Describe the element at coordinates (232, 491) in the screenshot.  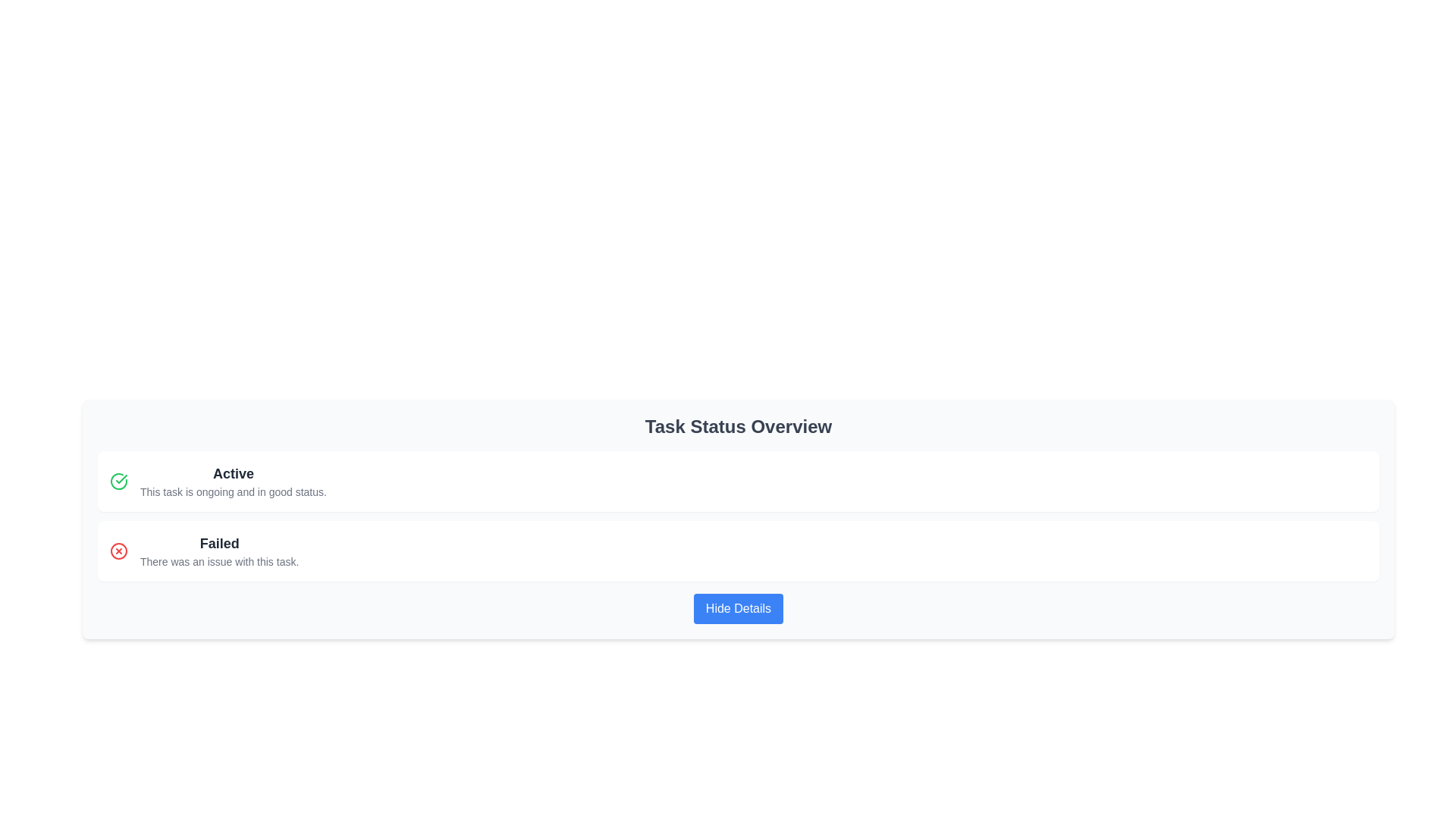
I see `text from the label displaying 'This task is ongoing and in good status.' which is styled in a smaller gray font and located below the bold label 'Active' within the 'Task Status Overview' section` at that location.